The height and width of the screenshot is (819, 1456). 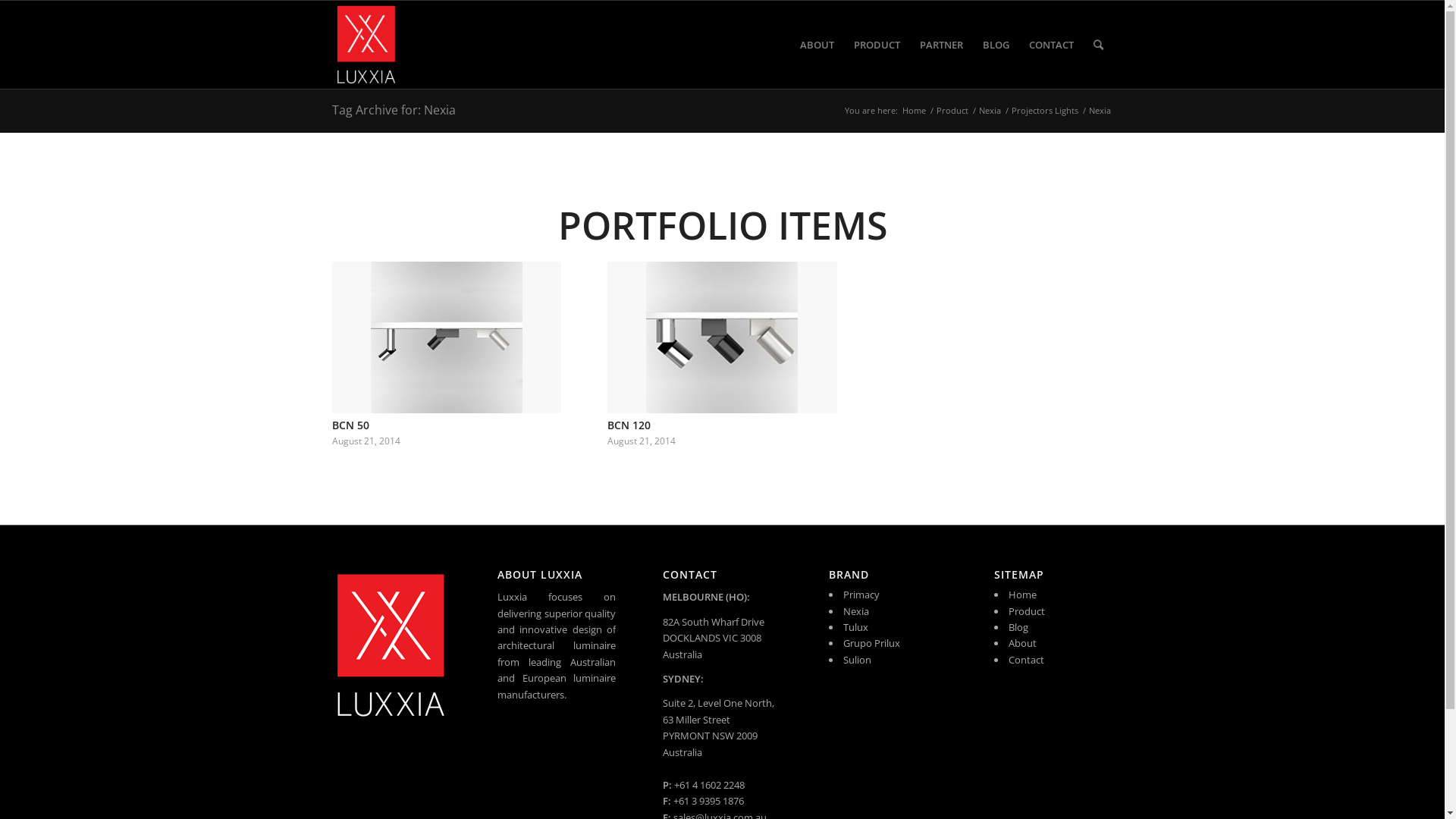 I want to click on 'ABOUT', so click(x=816, y=43).